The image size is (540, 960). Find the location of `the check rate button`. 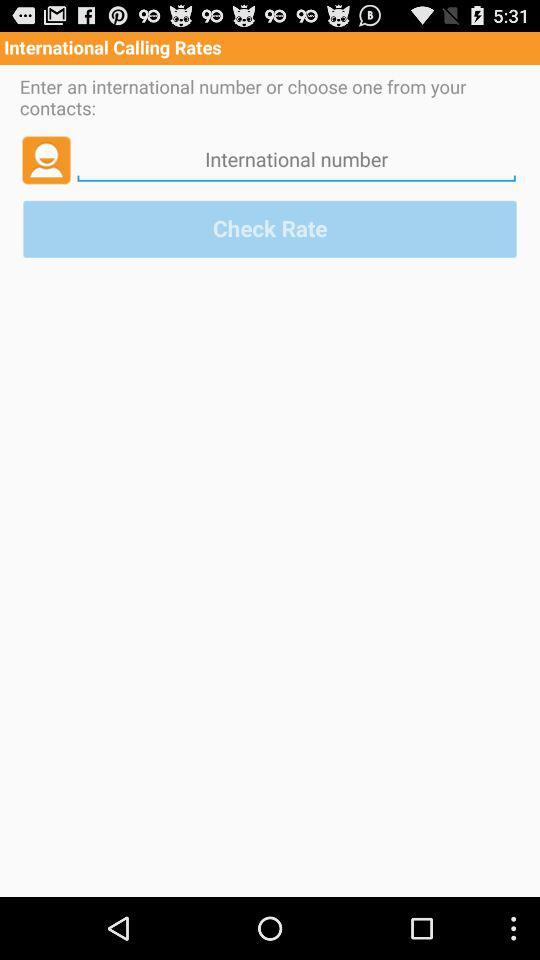

the check rate button is located at coordinates (270, 228).